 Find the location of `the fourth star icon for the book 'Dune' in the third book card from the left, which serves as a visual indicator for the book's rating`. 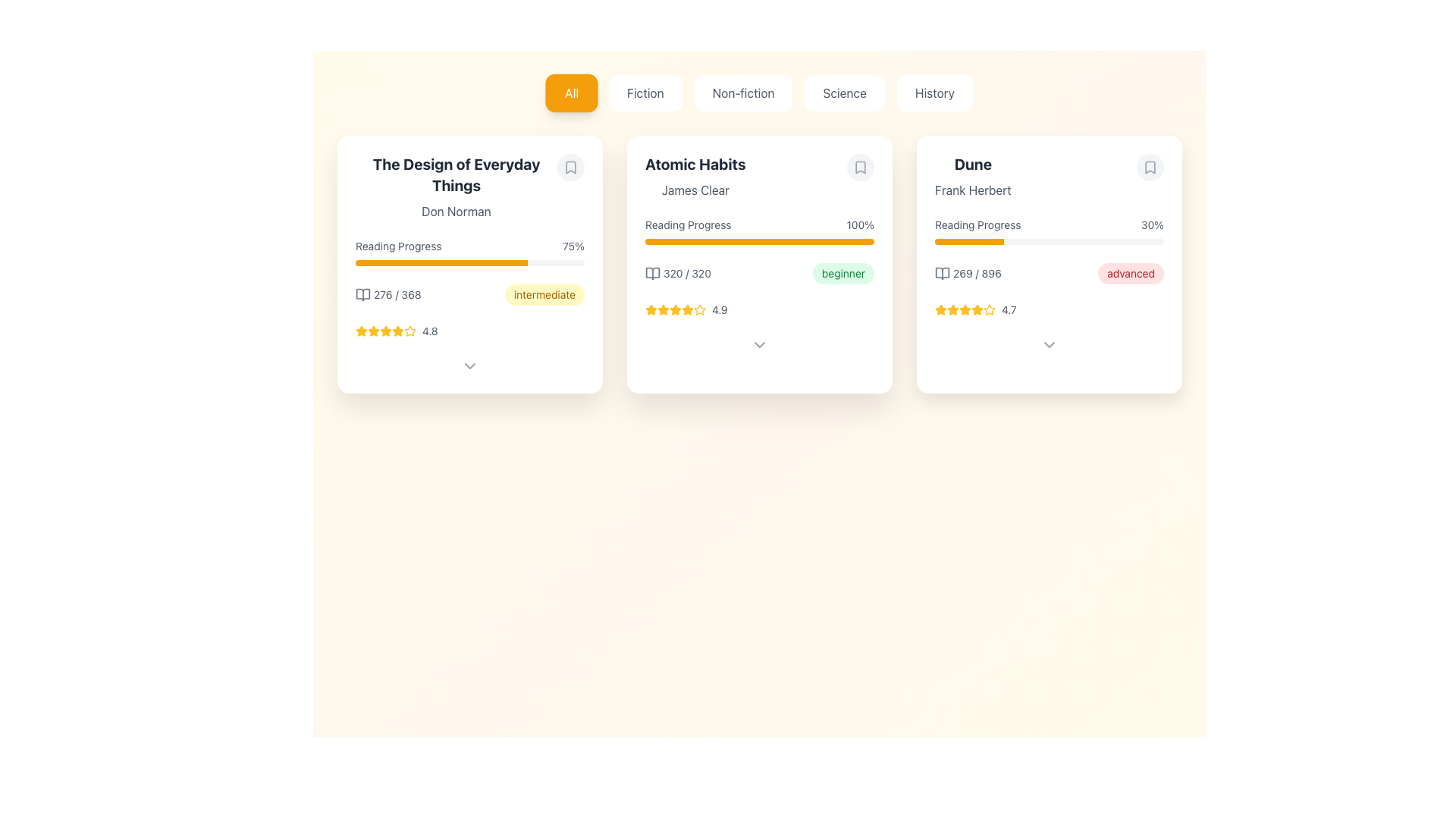

the fourth star icon for the book 'Dune' in the third book card from the left, which serves as a visual indicator for the book's rating is located at coordinates (990, 309).